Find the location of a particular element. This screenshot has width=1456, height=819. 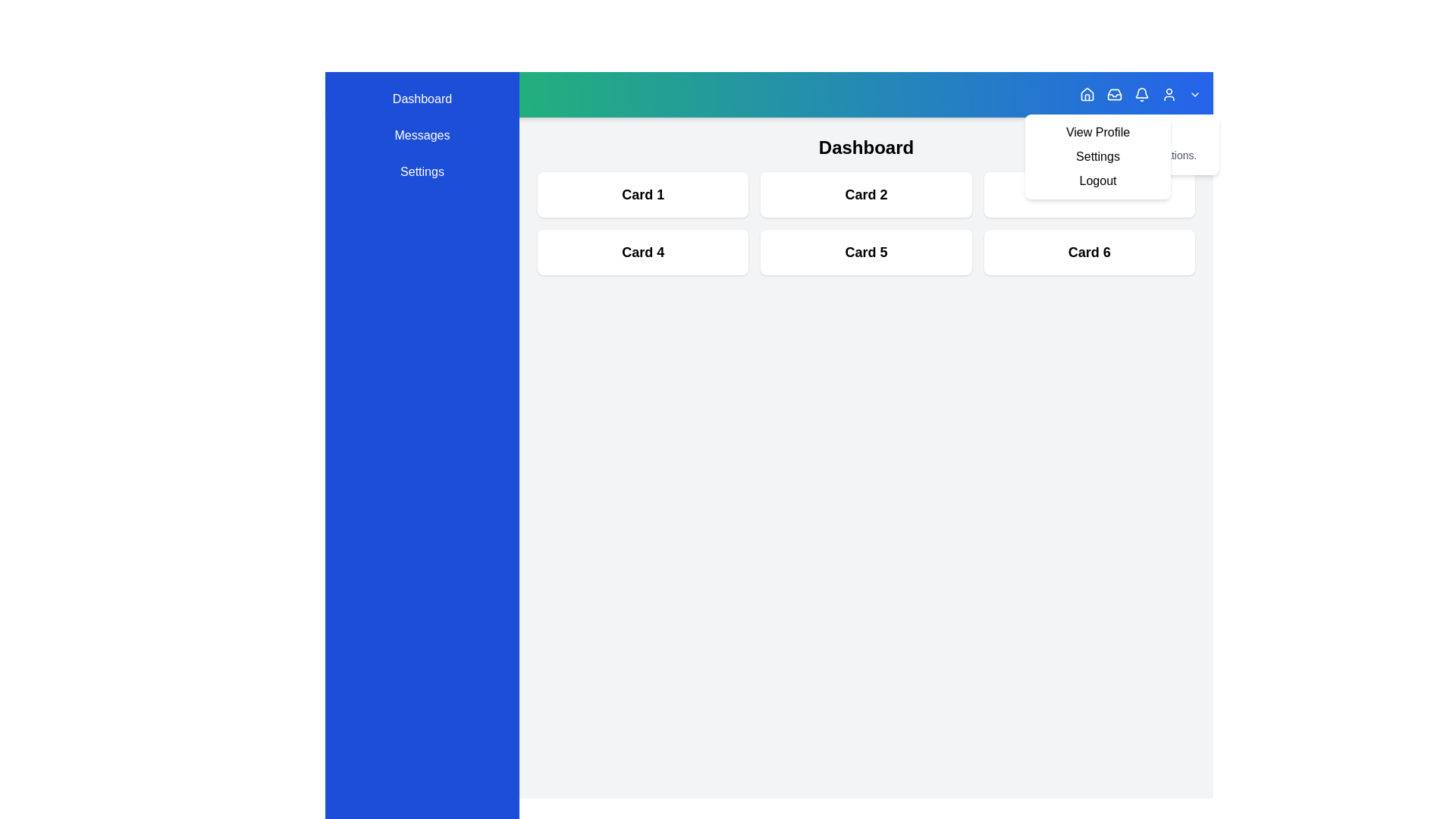

message displayed as 'You have 3 new notifications.' which is the second textual item within the notifications panel located in the top-right corner of the interface is located at coordinates (1128, 155).